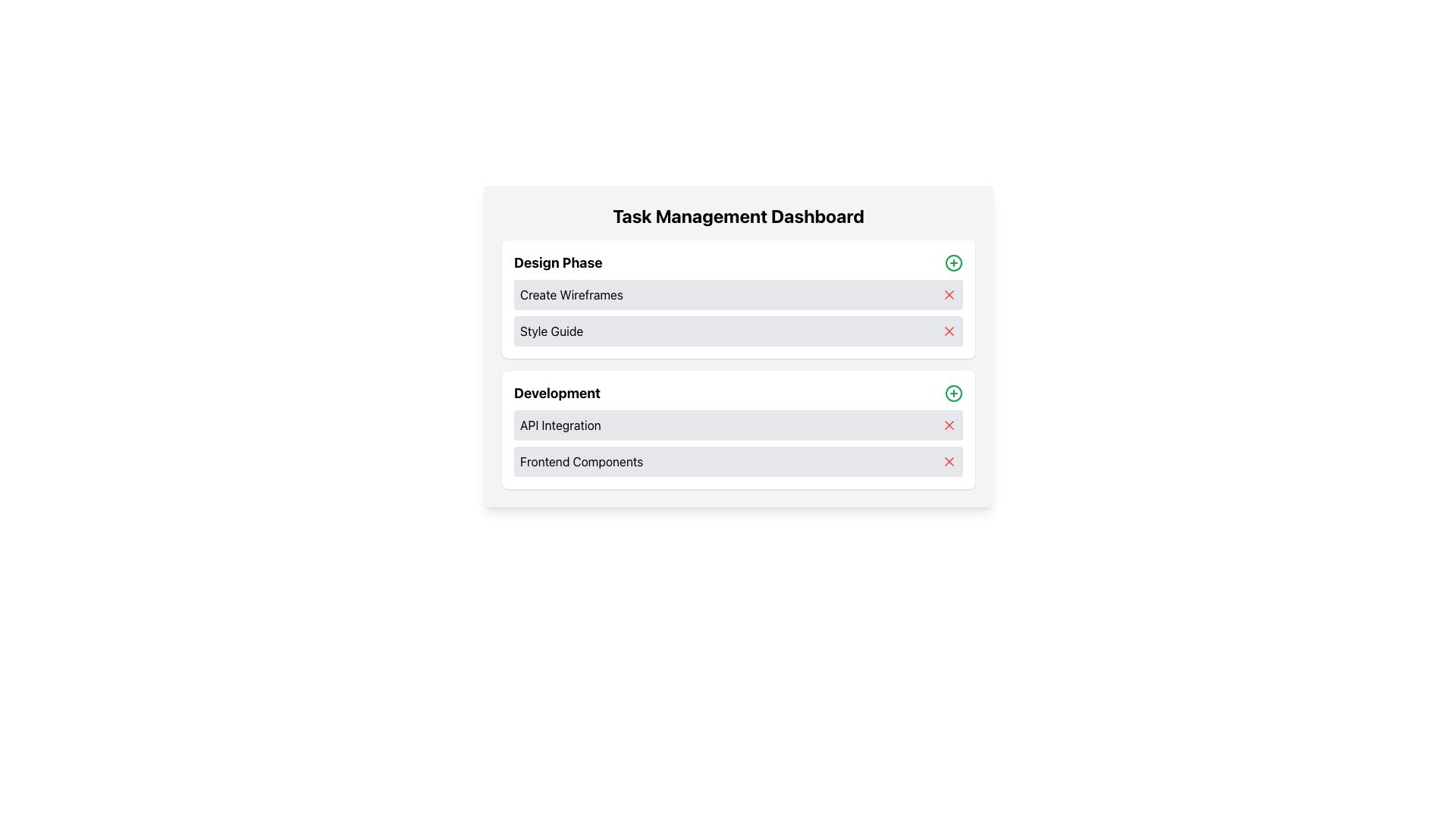 This screenshot has width=1456, height=819. I want to click on the small red outlined 'X' button located in the 'Design Phase' section, aligned to the far right of the 'Create Wireframes' row, so click(949, 295).